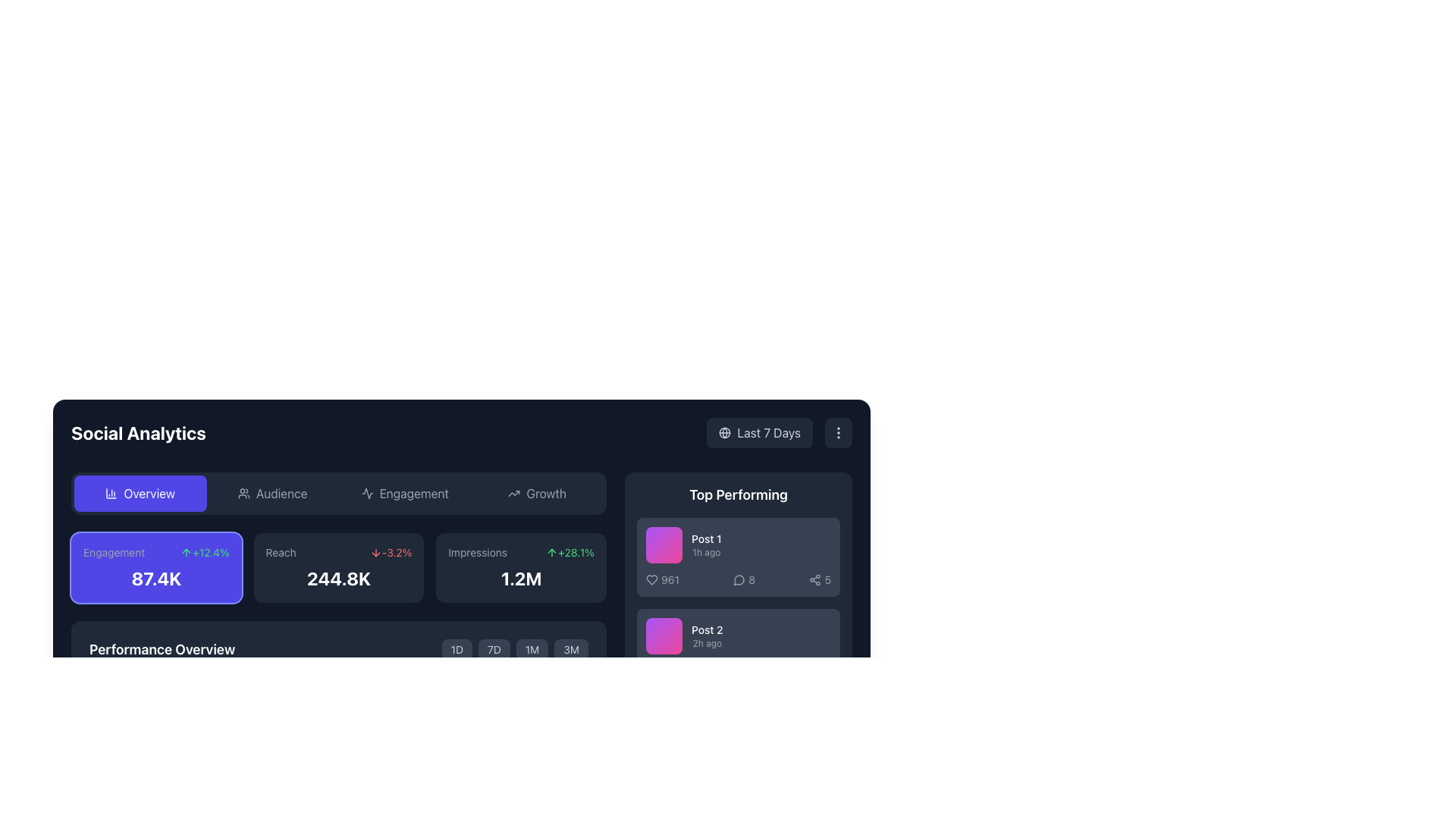 The height and width of the screenshot is (819, 1456). I want to click on the button labeled '1M' which has a dark gray background and light gray text, so click(532, 648).